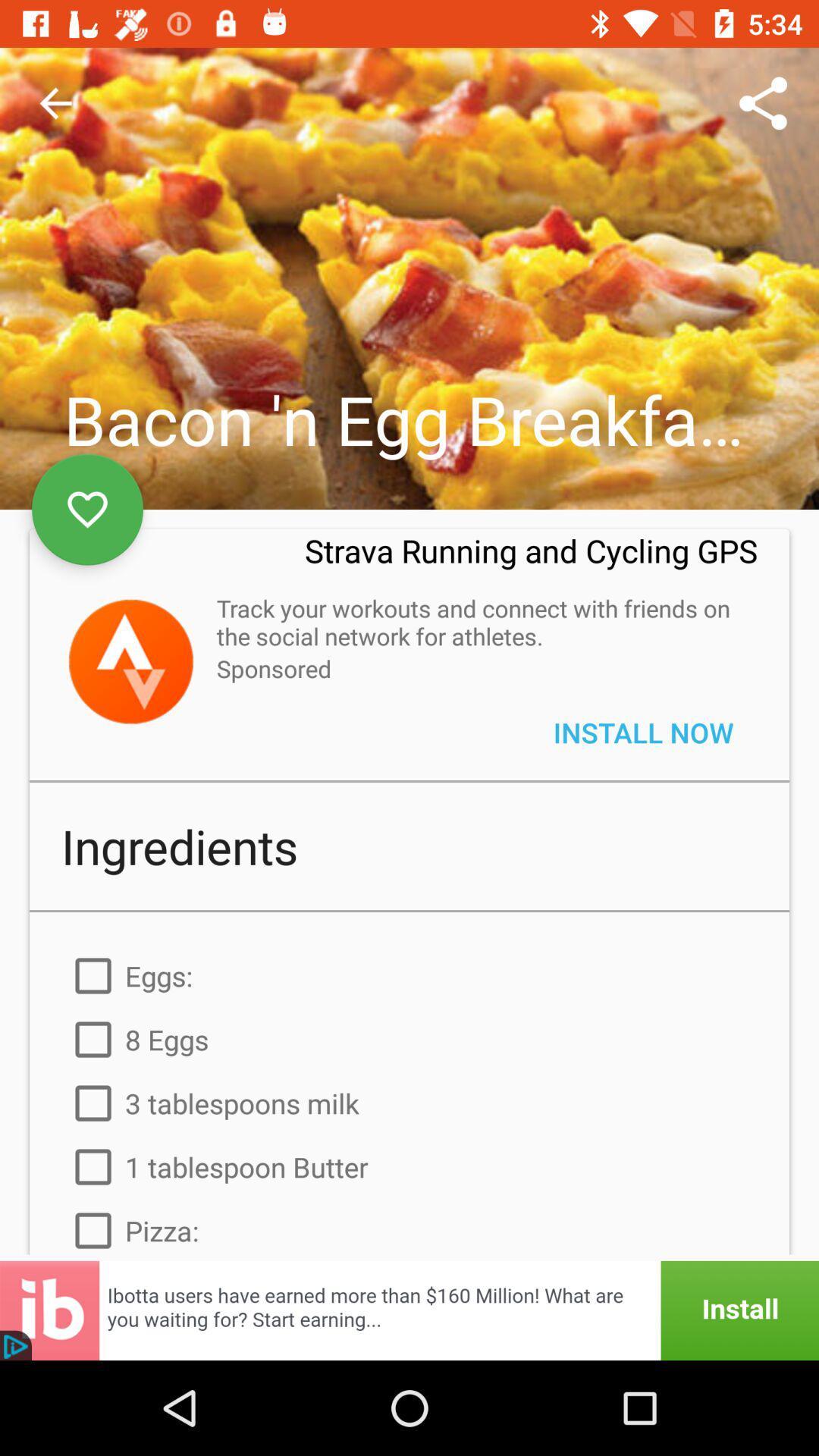  Describe the element at coordinates (409, 975) in the screenshot. I see `the eggs:  item` at that location.